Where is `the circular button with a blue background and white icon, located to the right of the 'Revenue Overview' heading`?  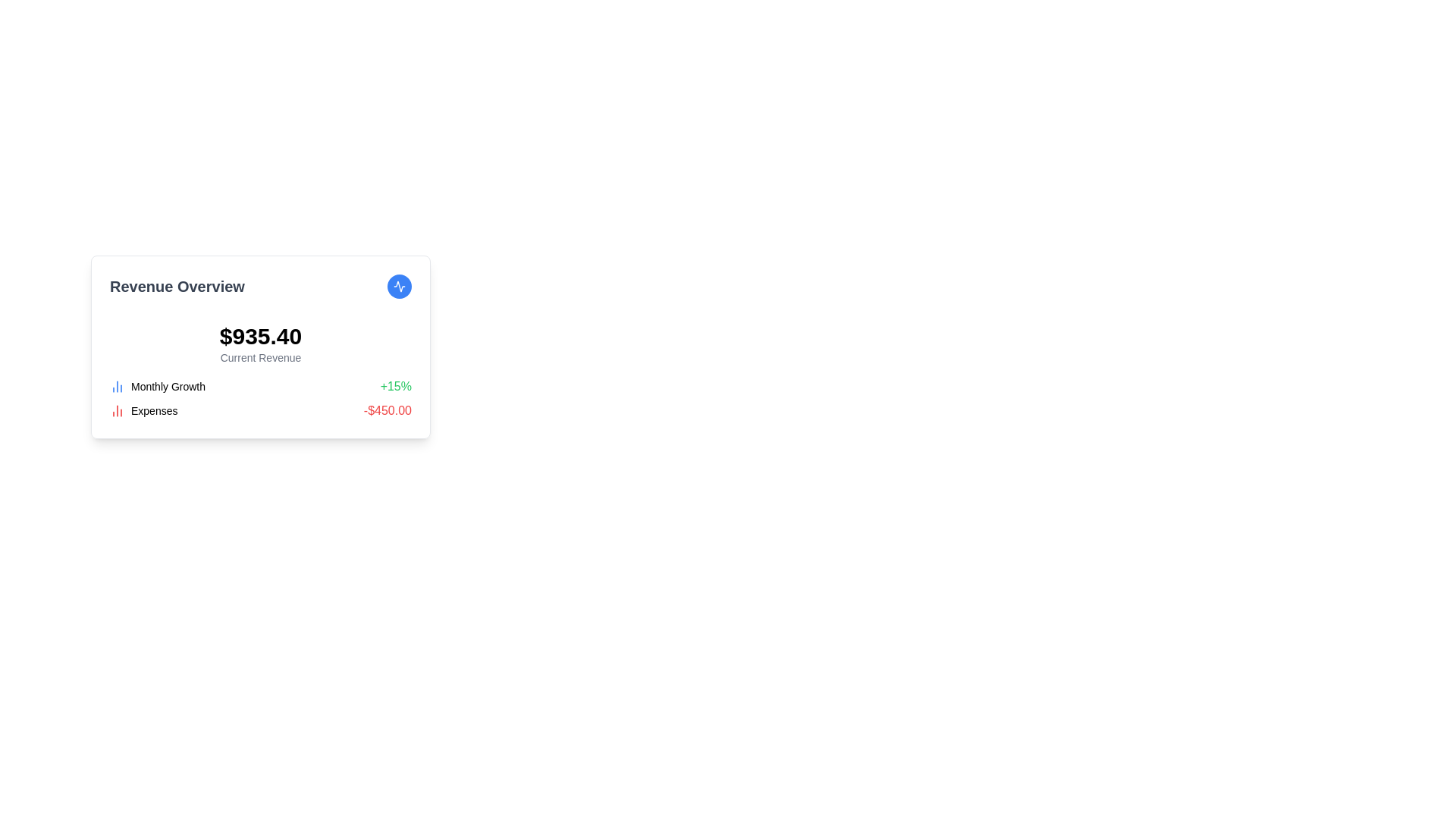
the circular button with a blue background and white icon, located to the right of the 'Revenue Overview' heading is located at coordinates (400, 287).